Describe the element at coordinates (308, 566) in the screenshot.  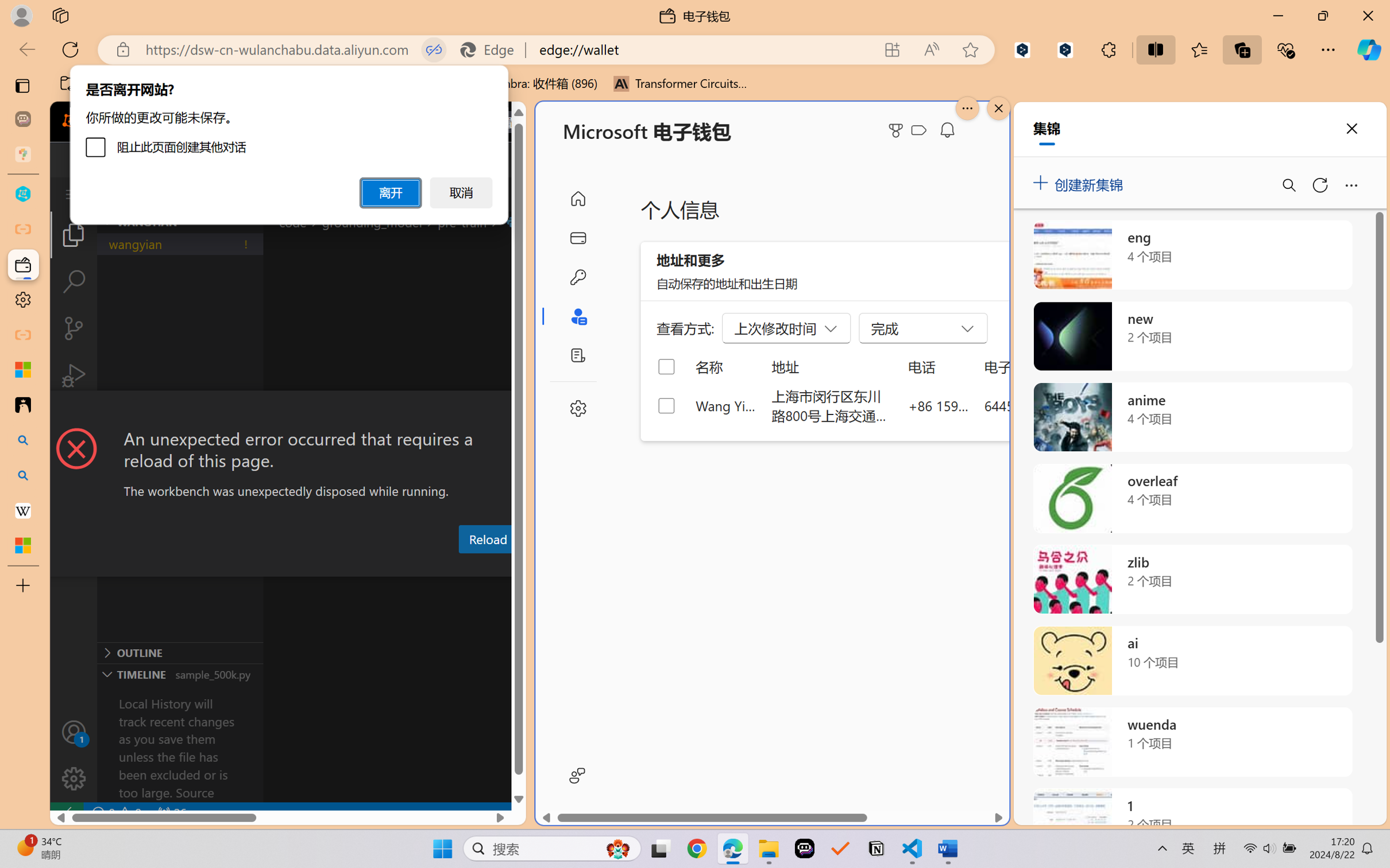
I see `'Problems (Ctrl+Shift+M)'` at that location.